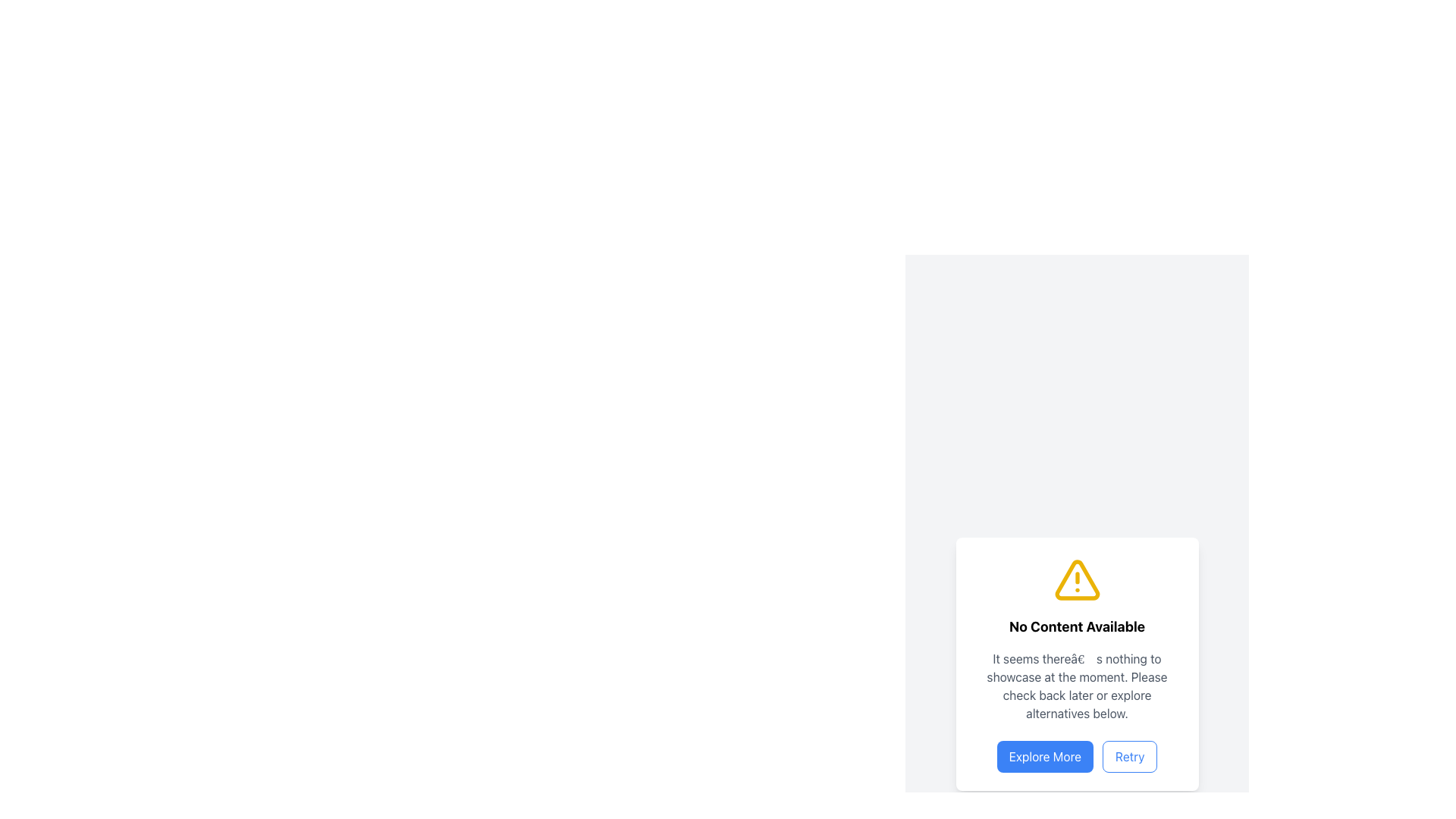 The width and height of the screenshot is (1456, 819). Describe the element at coordinates (1076, 579) in the screenshot. I see `the warning icon located centrally within the 'No Content Available' card, which symbolizes an issue or absence of content` at that location.